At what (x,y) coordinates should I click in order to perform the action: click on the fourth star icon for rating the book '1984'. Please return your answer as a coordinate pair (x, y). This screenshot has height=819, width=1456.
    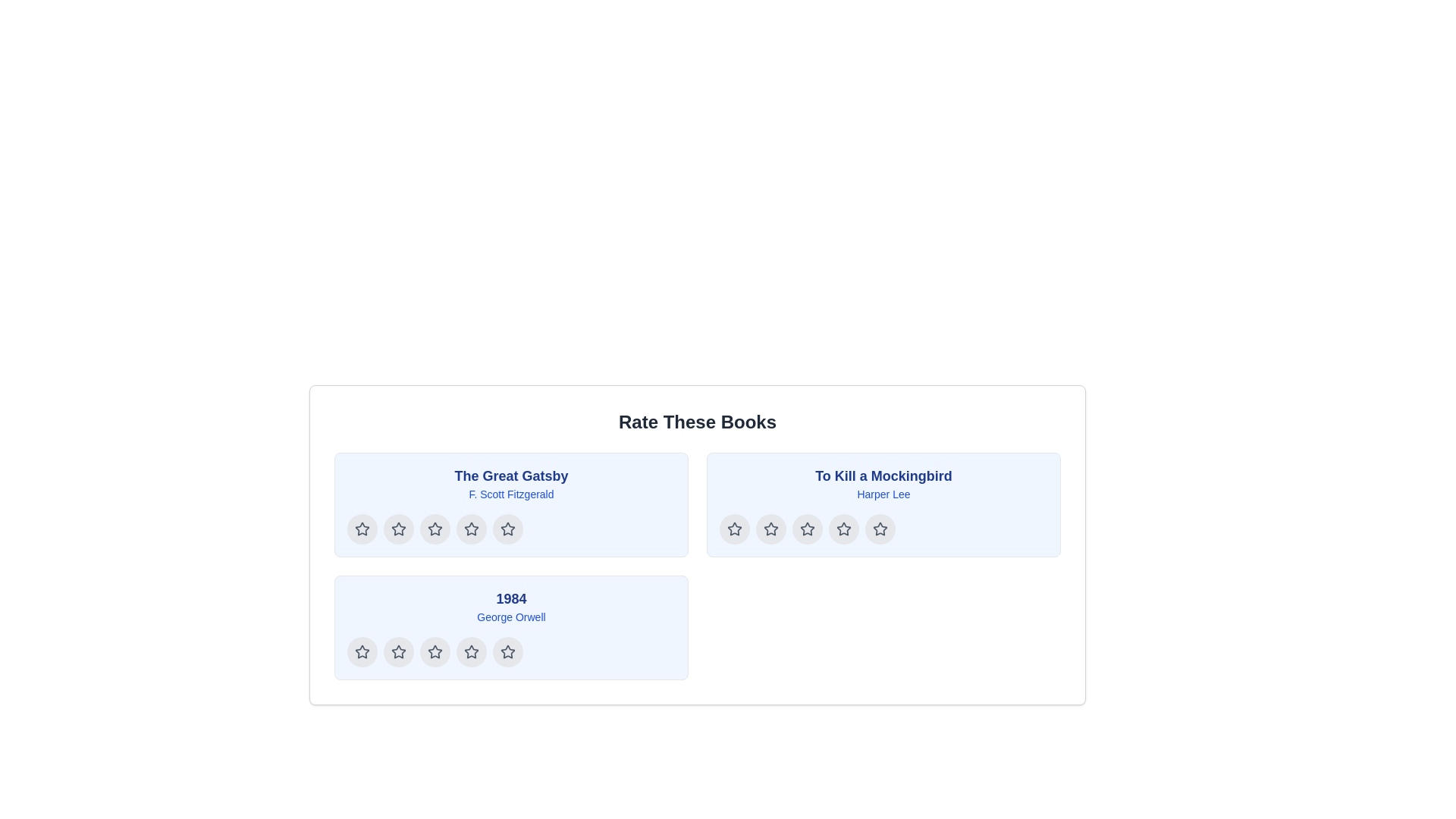
    Looking at the image, I should click on (471, 651).